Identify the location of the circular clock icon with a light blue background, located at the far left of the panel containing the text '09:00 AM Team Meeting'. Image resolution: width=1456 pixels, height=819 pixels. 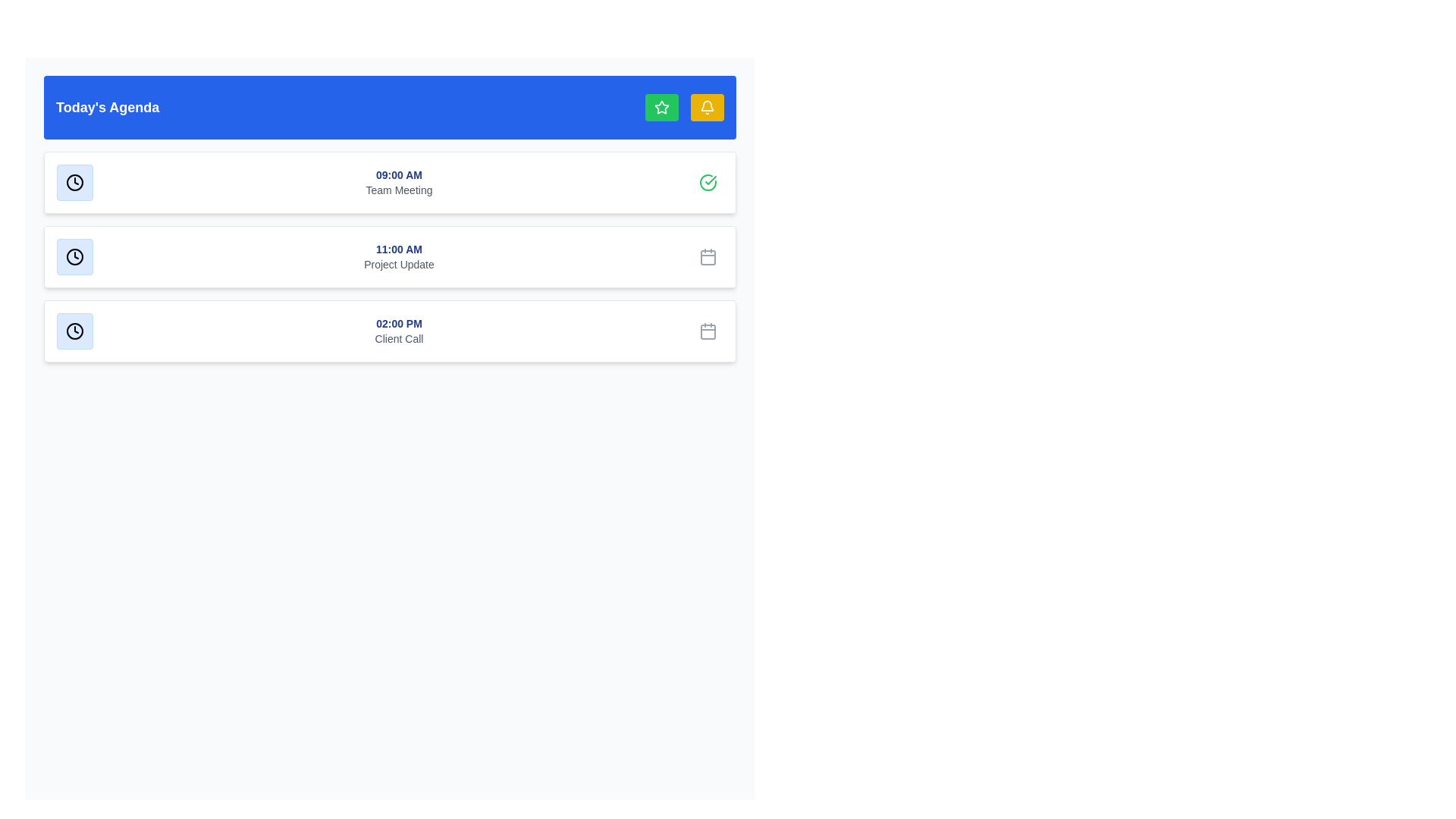
(74, 181).